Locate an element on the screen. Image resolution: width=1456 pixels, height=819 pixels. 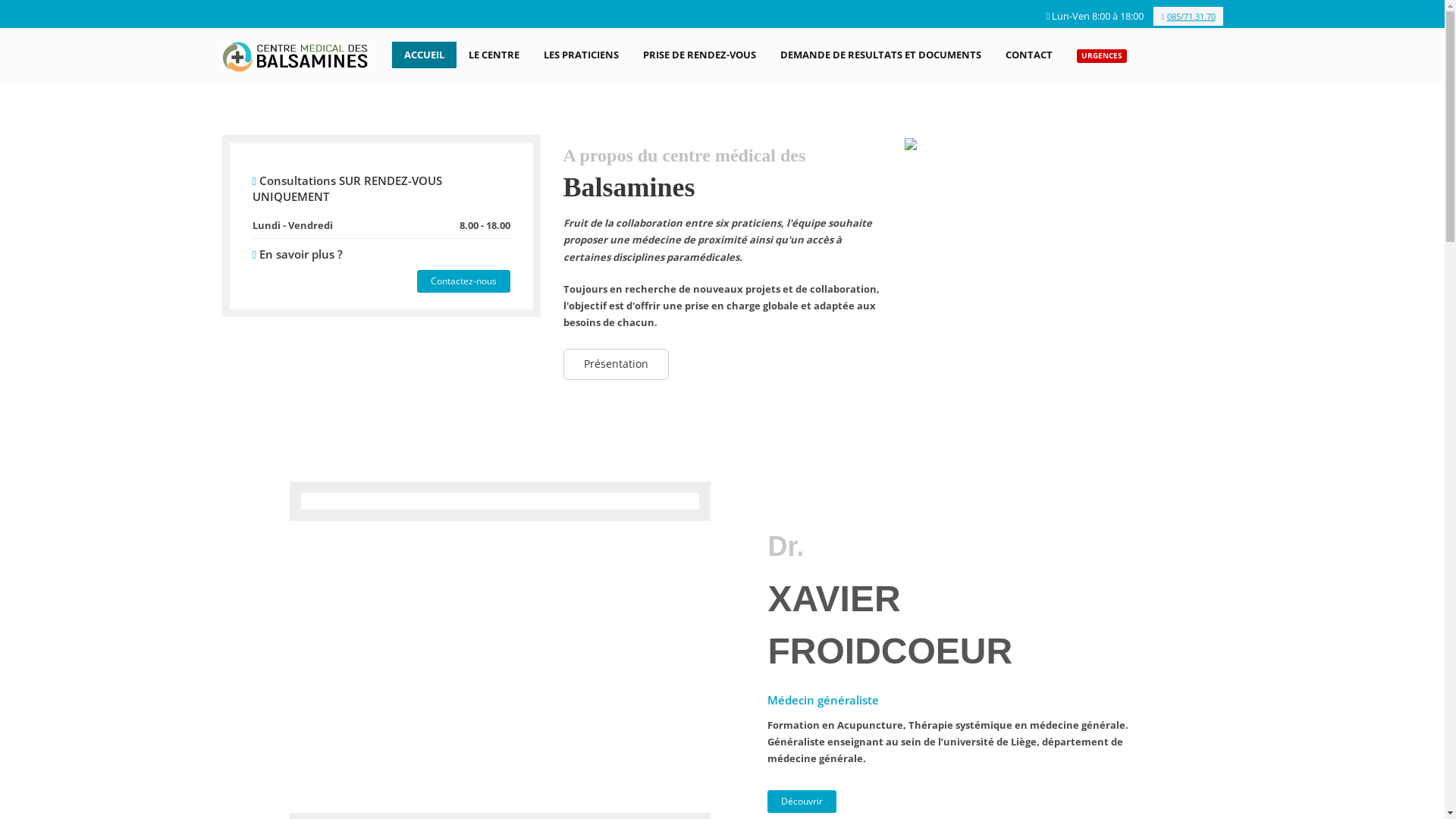
'PRISE DE RENDEZ-VOUS' is located at coordinates (698, 54).